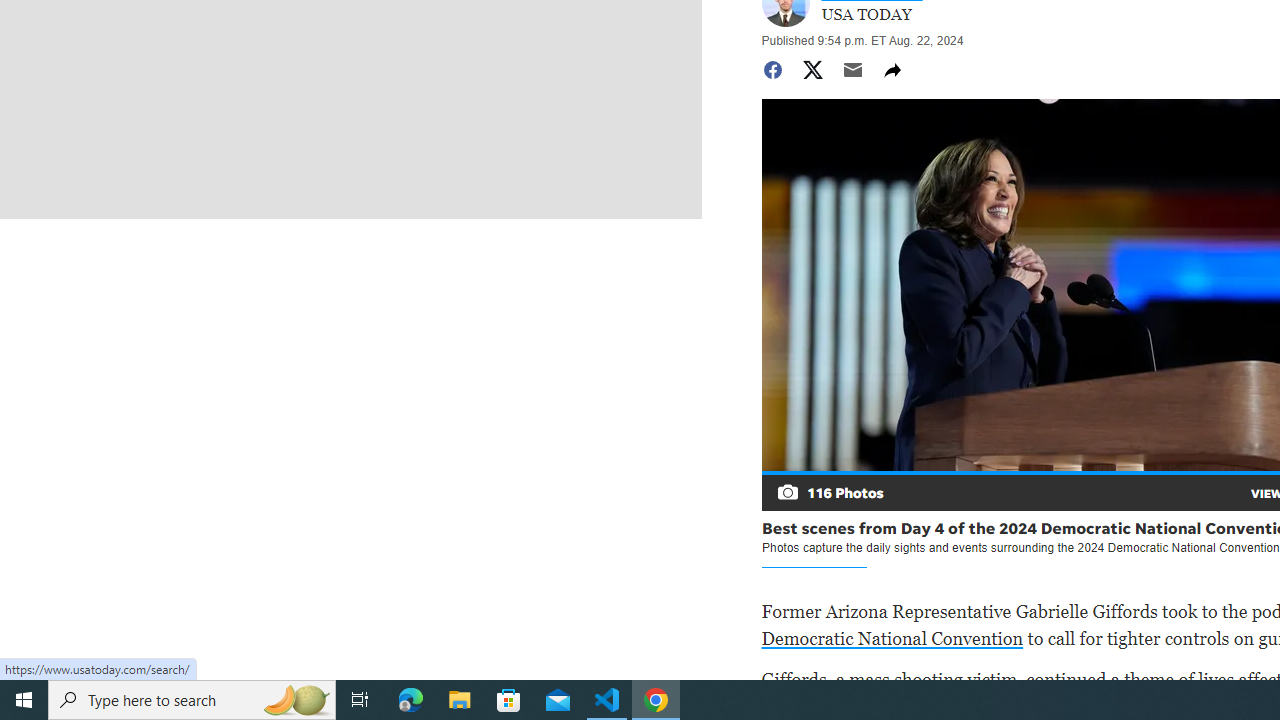 The height and width of the screenshot is (720, 1280). I want to click on 'Democratic National Convention', so click(891, 638).